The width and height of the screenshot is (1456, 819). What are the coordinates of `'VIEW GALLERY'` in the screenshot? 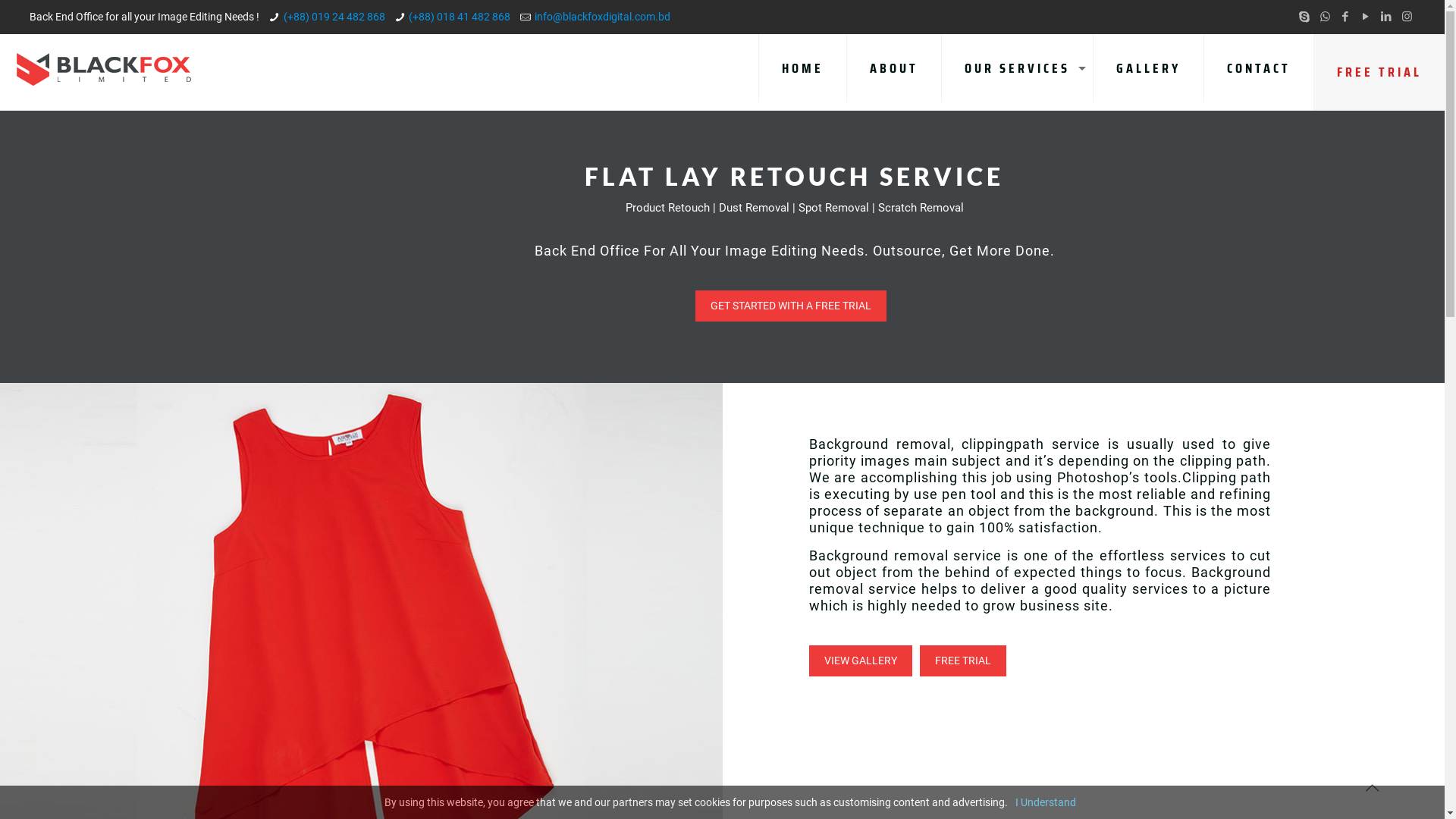 It's located at (808, 660).